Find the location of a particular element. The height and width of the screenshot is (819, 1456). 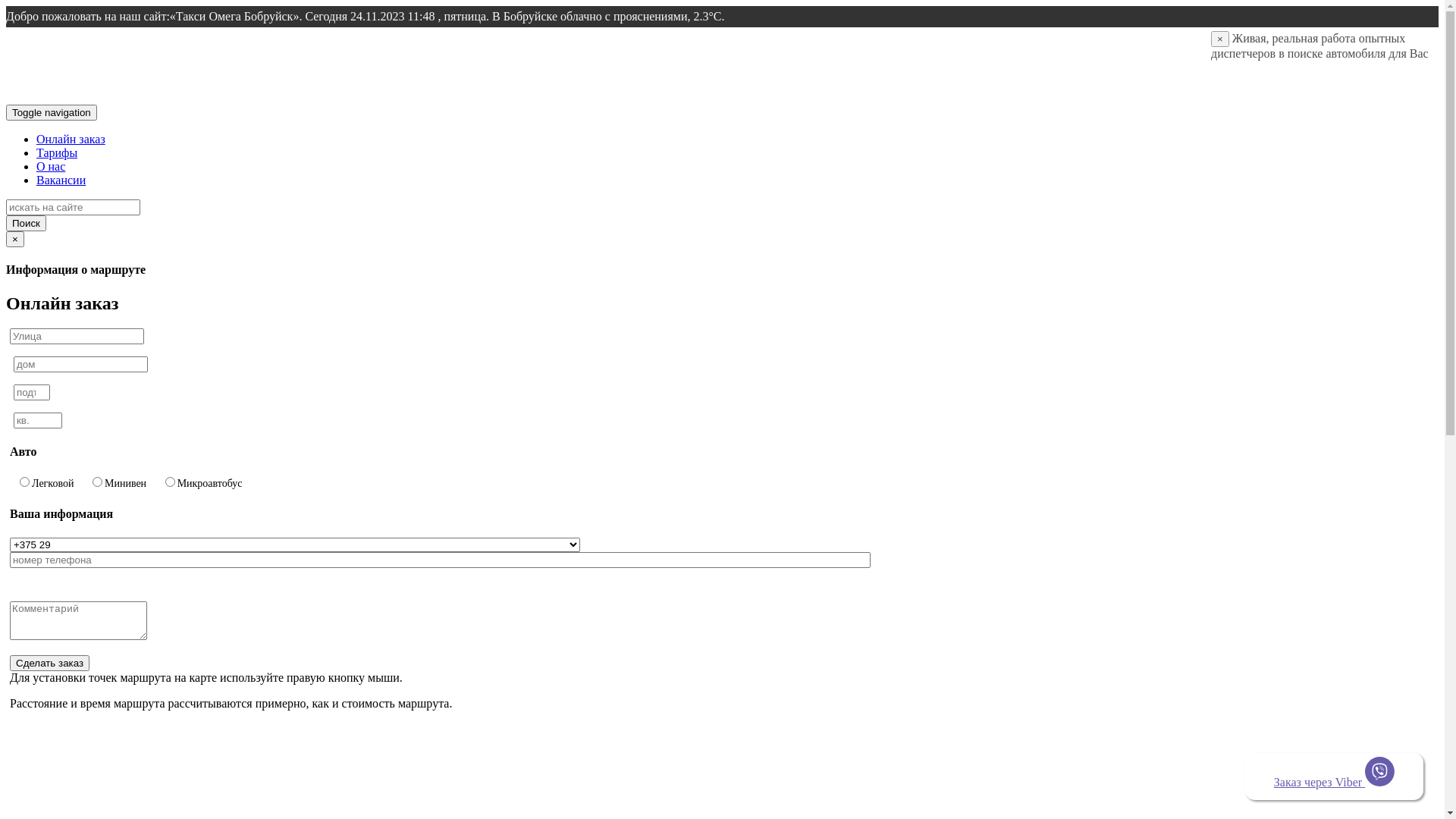

'Toggle navigation' is located at coordinates (51, 111).